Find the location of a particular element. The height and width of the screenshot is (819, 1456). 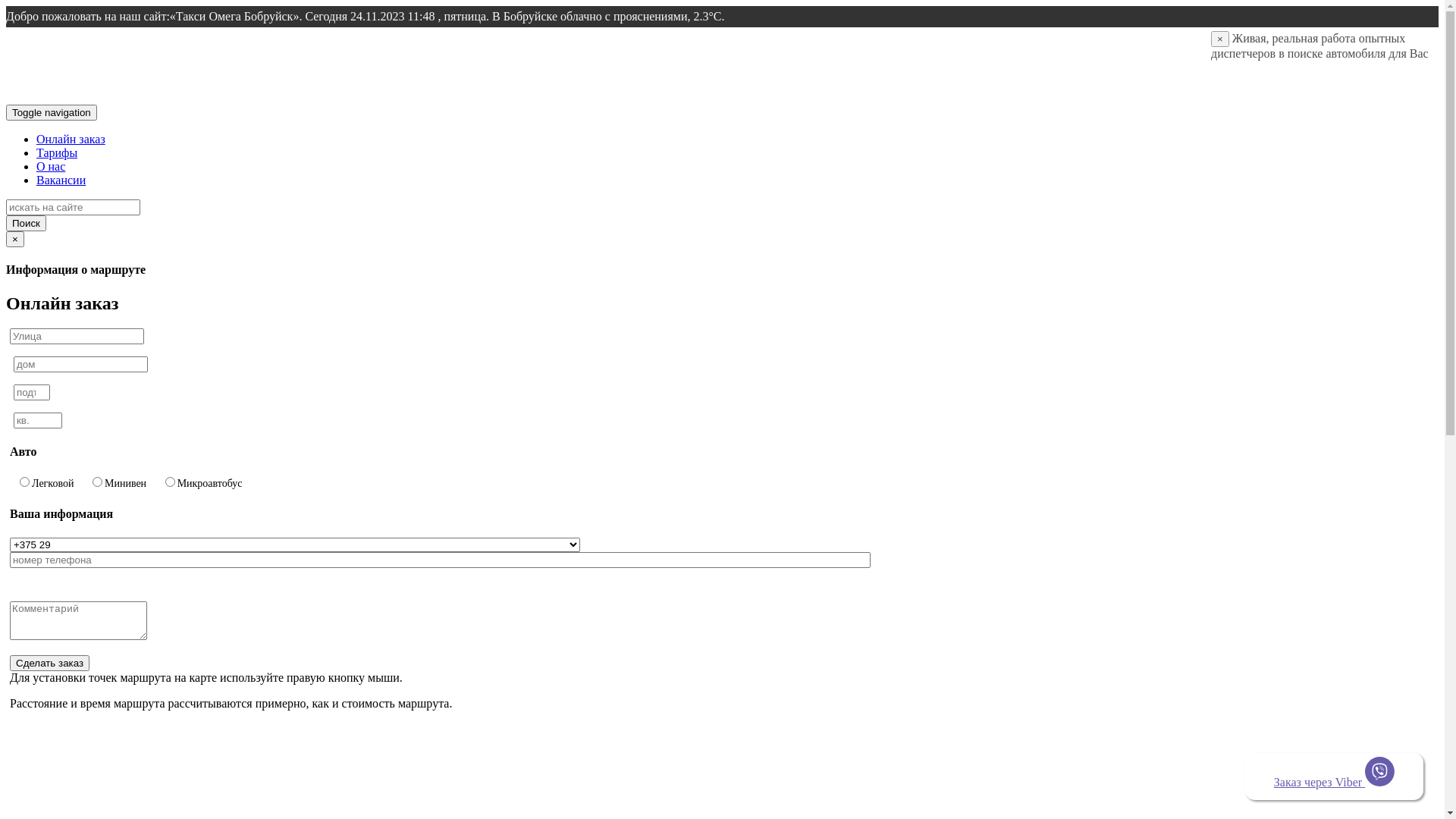

'Toggle navigation' is located at coordinates (51, 111).